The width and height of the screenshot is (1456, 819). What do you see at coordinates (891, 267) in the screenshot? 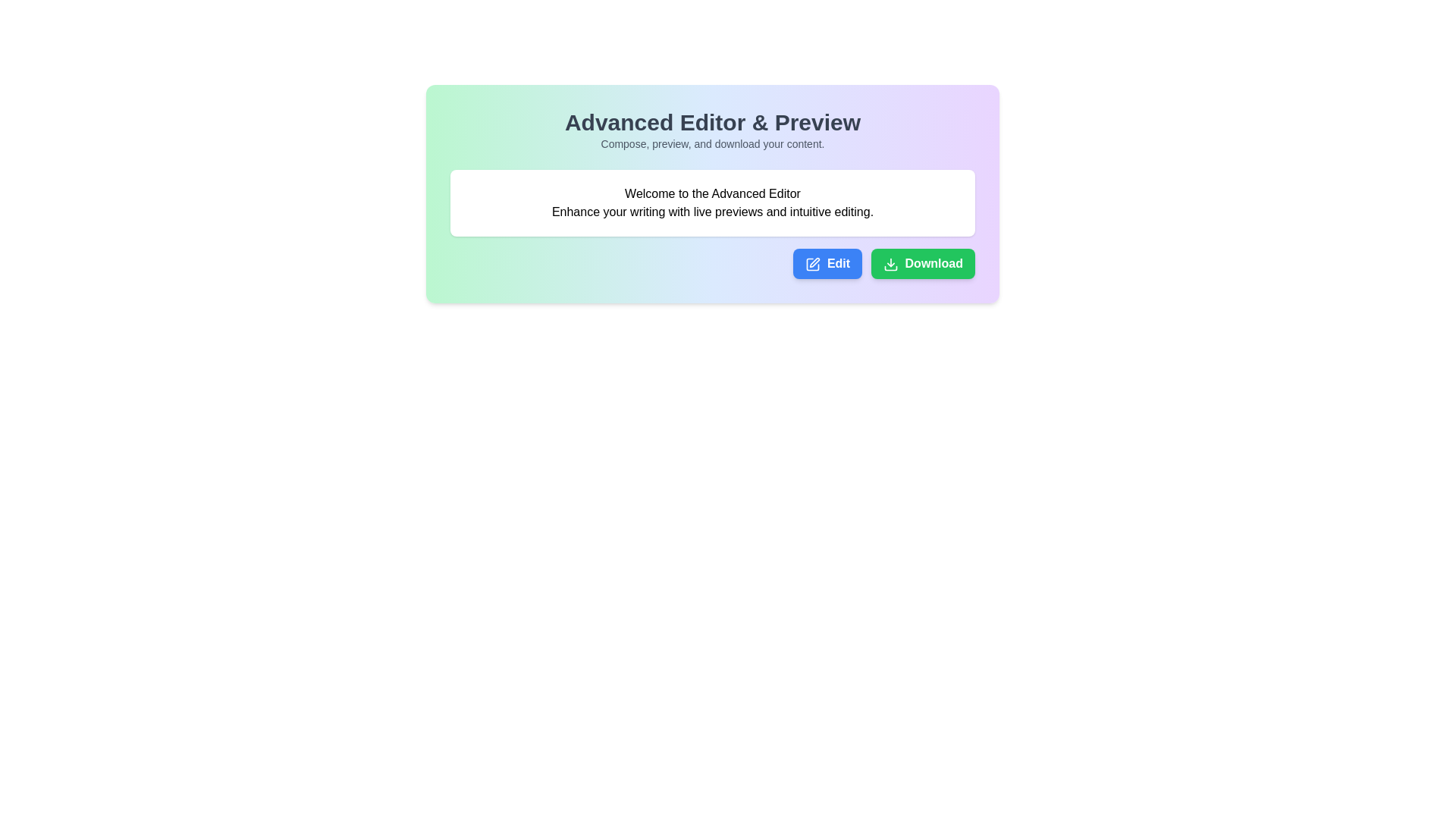
I see `the bottom-most component of the download icon, which resembles a tray or document holder and is part of the green download button on the right side of the interface` at bounding box center [891, 267].